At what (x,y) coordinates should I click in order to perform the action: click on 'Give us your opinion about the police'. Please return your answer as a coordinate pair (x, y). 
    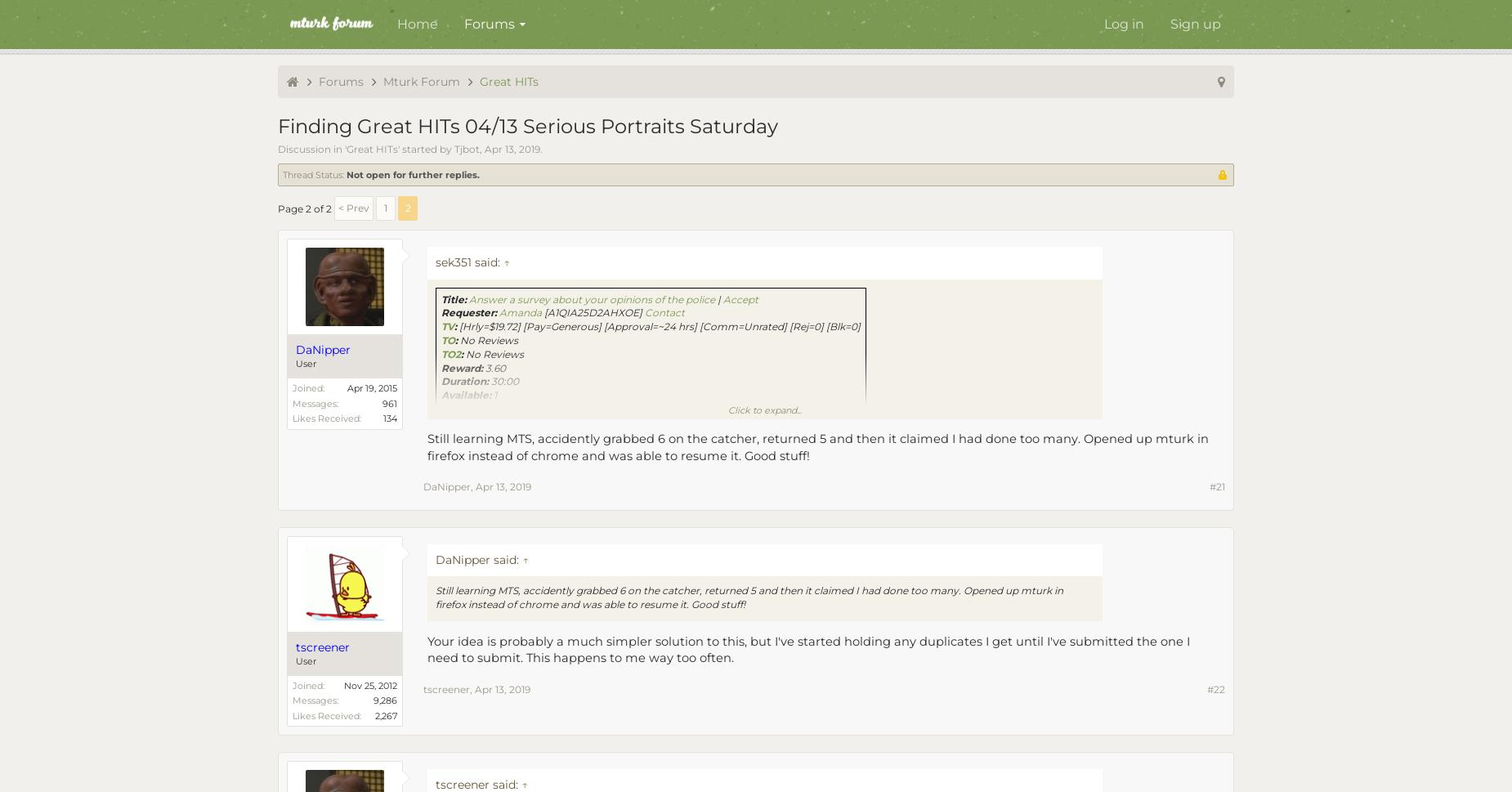
    Looking at the image, I should click on (503, 408).